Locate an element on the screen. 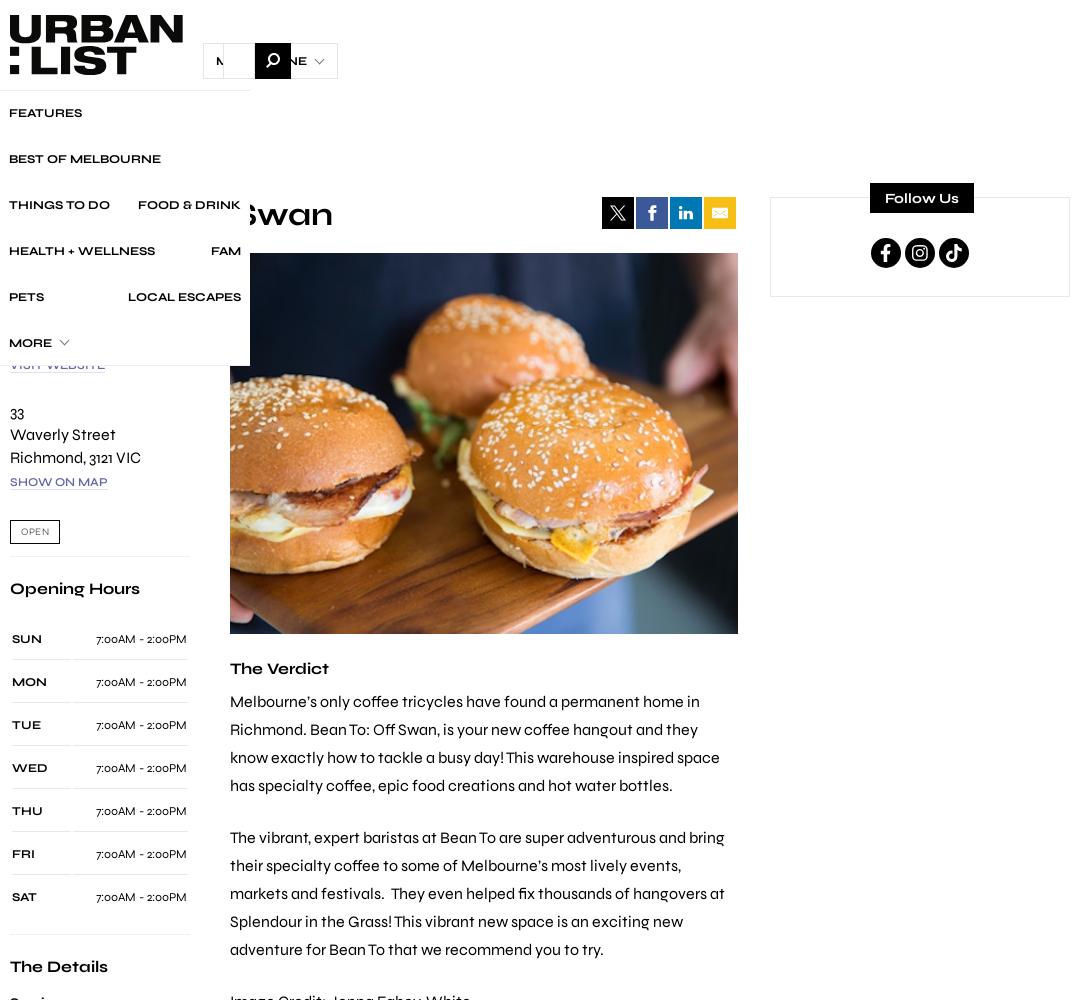  'The Details' is located at coordinates (57, 964).